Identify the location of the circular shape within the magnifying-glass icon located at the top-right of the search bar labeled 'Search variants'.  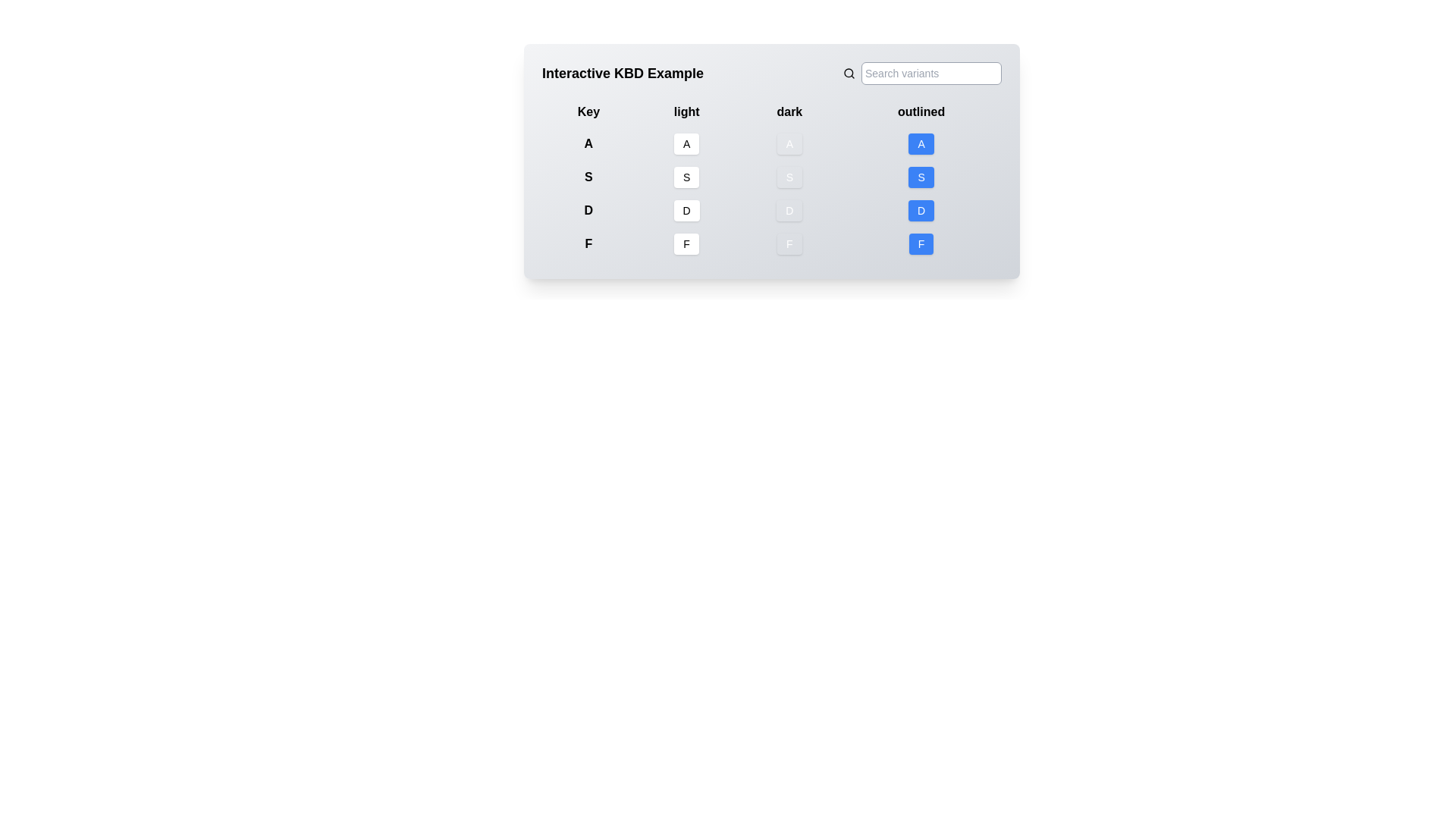
(848, 73).